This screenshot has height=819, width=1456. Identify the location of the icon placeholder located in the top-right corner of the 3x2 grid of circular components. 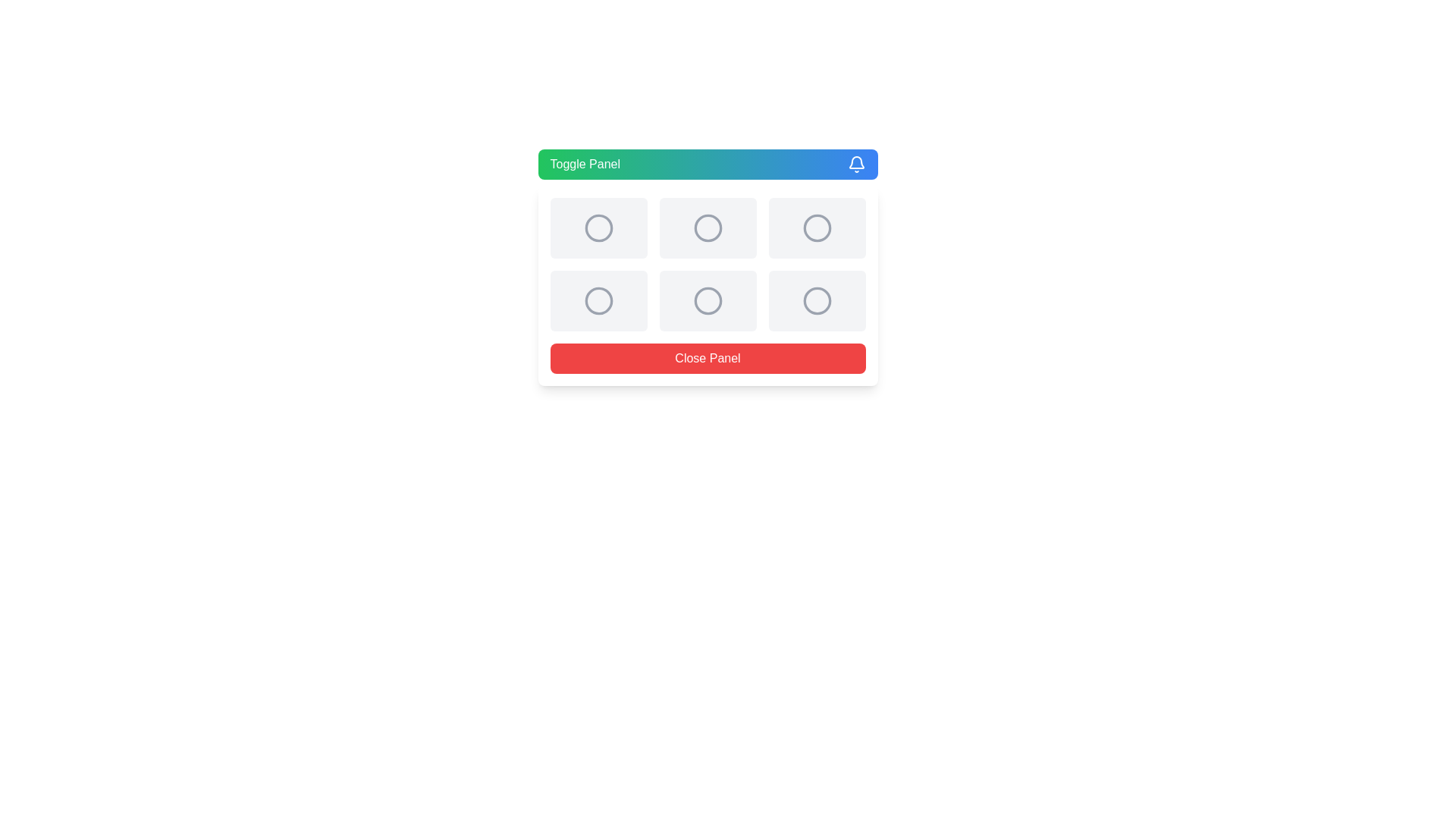
(816, 227).